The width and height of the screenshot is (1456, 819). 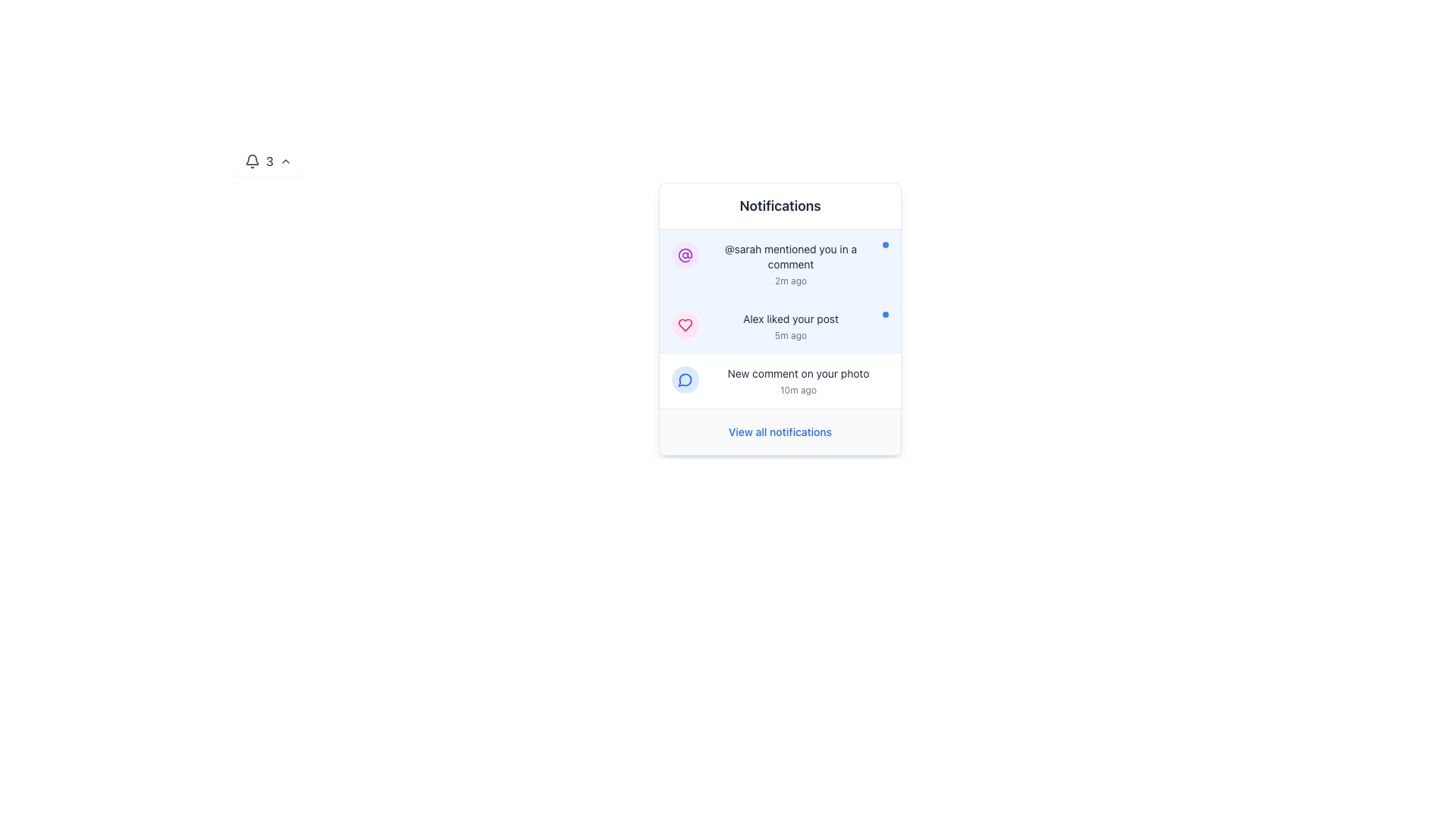 What do you see at coordinates (252, 161) in the screenshot?
I see `the bell icon located on the leftmost side of the horizontal panel, which serves as the activator for the notifications panel` at bounding box center [252, 161].